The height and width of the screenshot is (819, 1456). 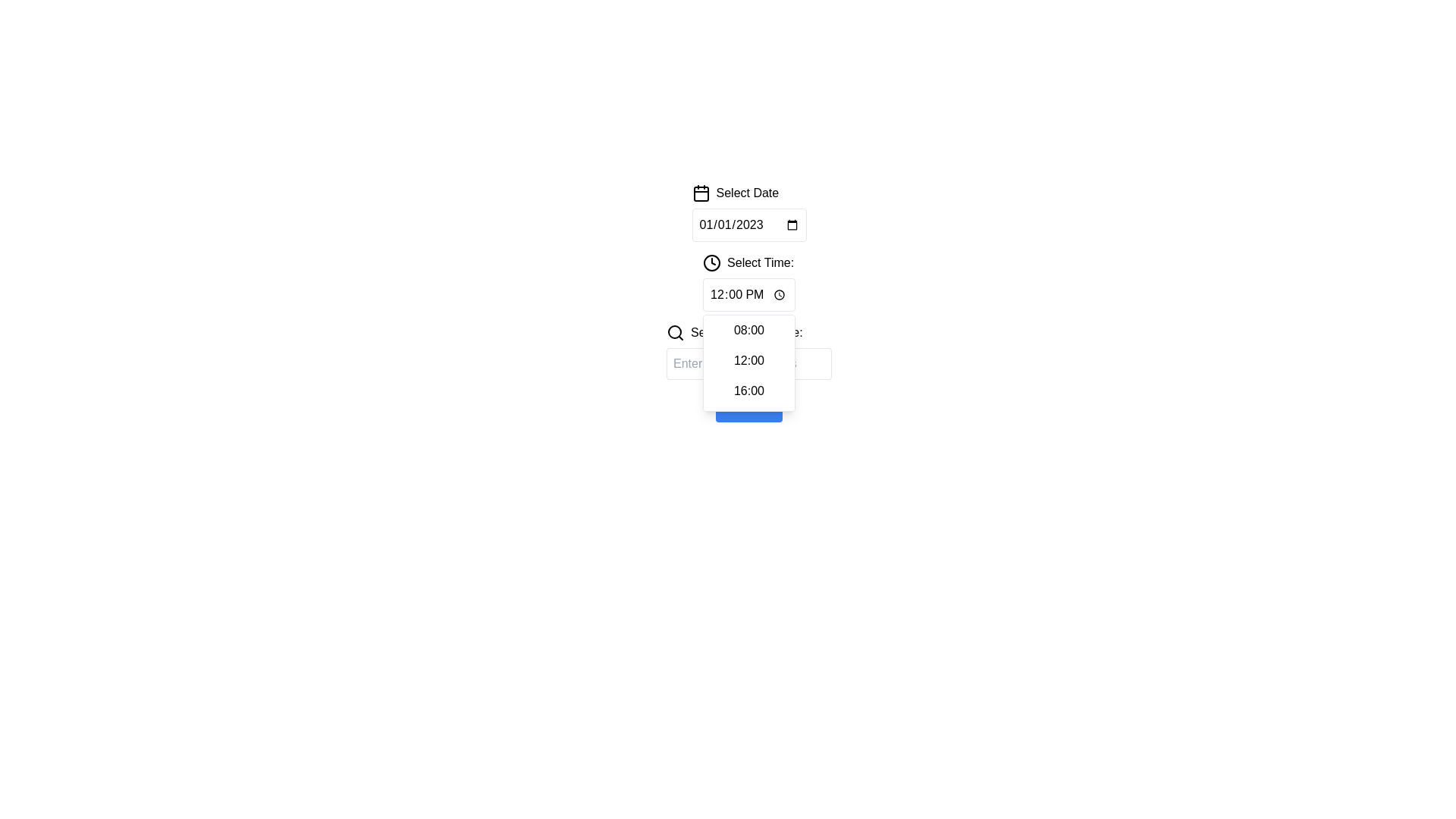 I want to click on the confirm button located beneath the 'Search Date & Time:' text field, which triggers a submission process, so click(x=749, y=406).